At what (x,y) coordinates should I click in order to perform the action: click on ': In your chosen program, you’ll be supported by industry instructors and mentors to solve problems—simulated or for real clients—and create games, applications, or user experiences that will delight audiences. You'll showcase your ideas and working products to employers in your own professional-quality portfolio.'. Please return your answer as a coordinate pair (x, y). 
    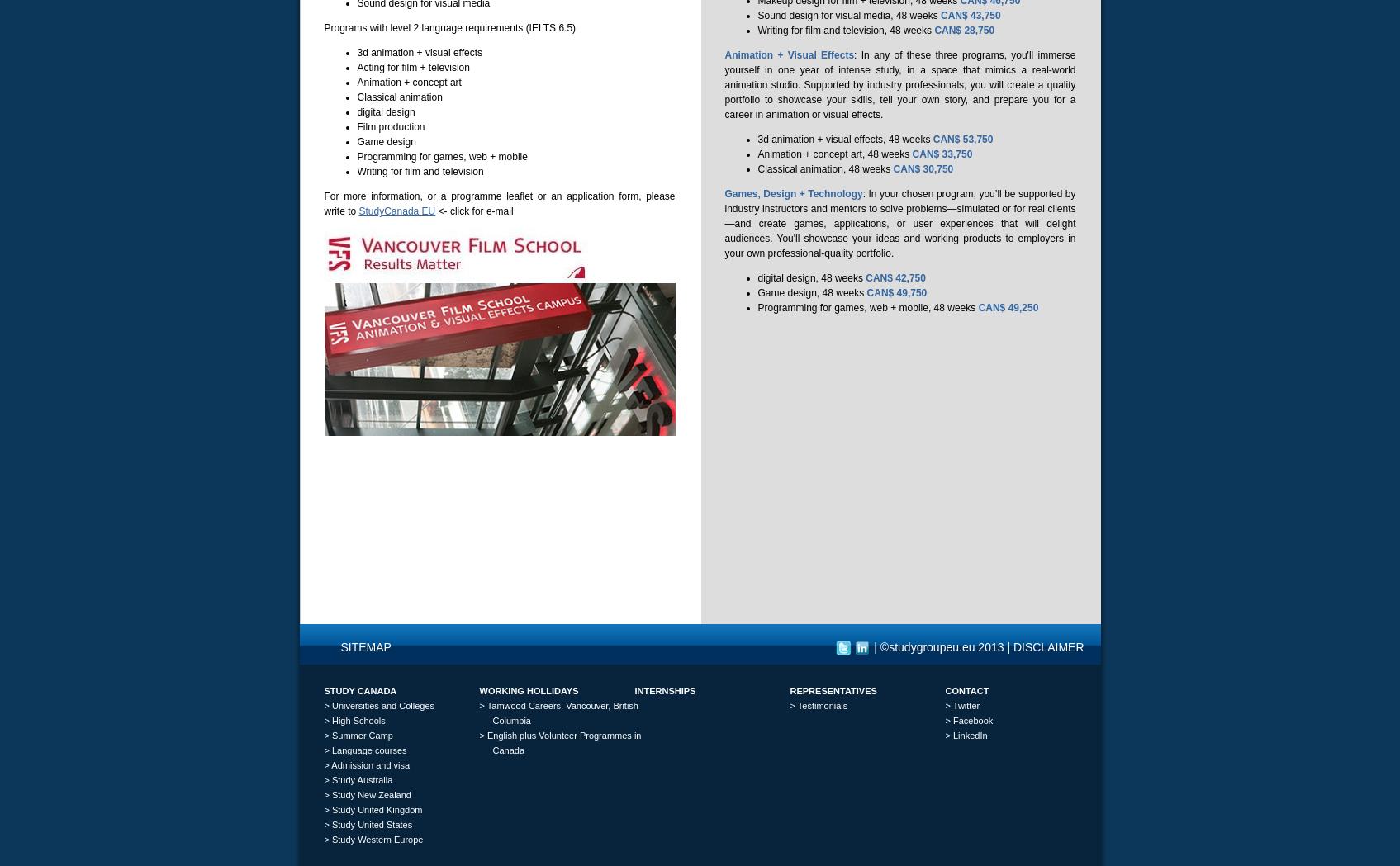
    Looking at the image, I should click on (899, 222).